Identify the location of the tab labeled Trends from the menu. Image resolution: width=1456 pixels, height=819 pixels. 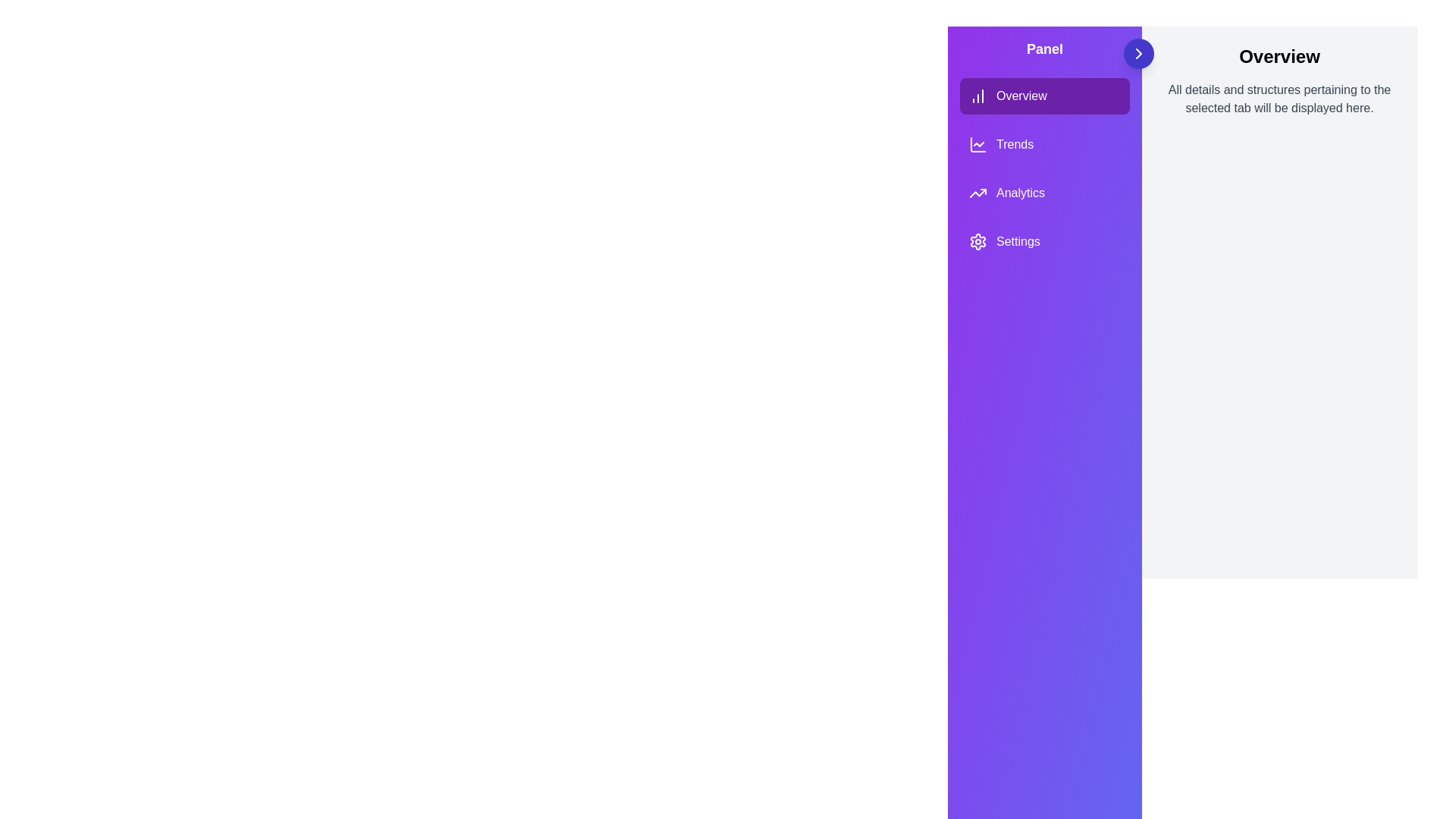
(1043, 145).